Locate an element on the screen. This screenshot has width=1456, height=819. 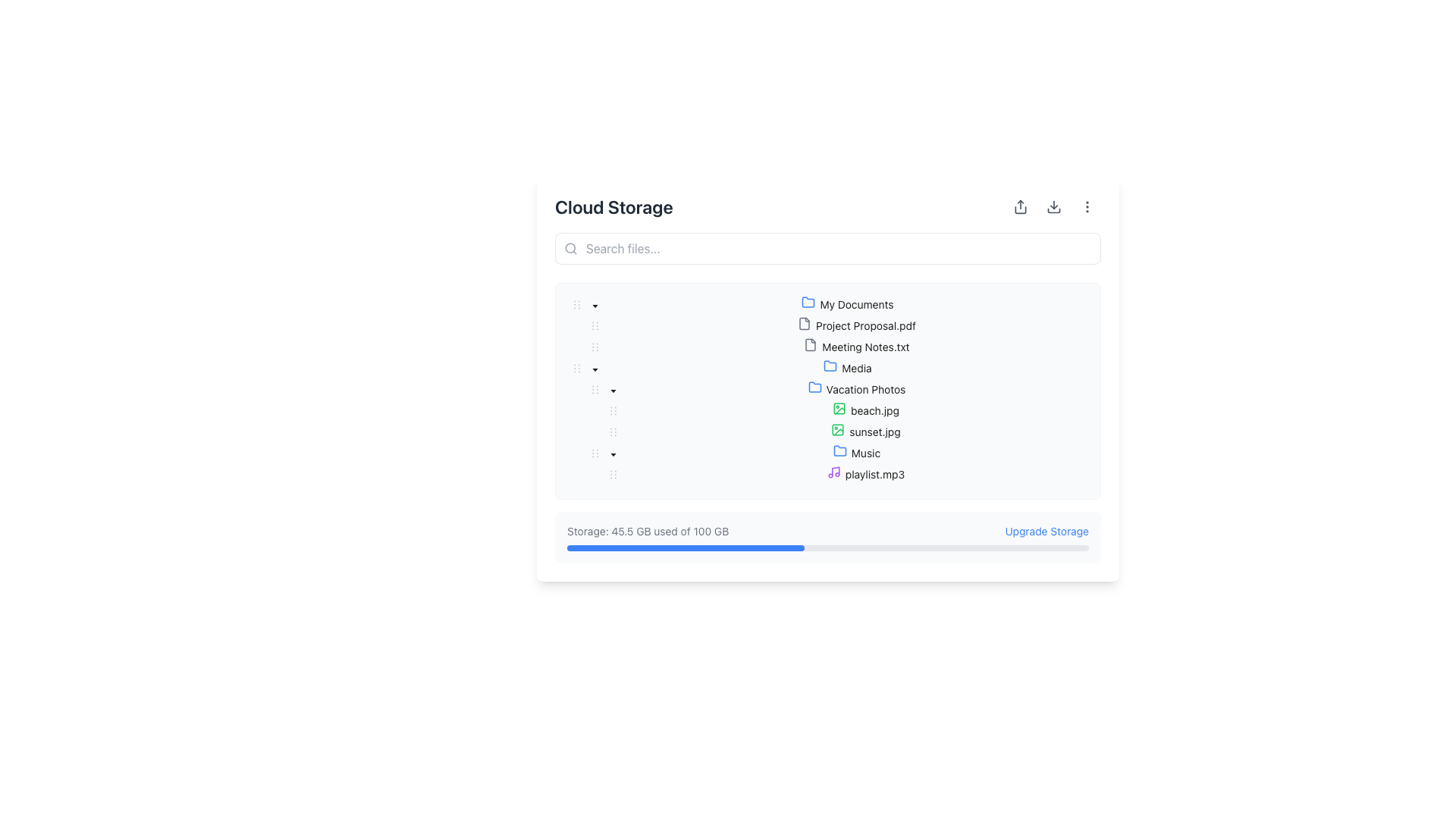
the vertical ellipsis menu icon located in the top-right corner of the cloud storage interface is located at coordinates (1087, 207).